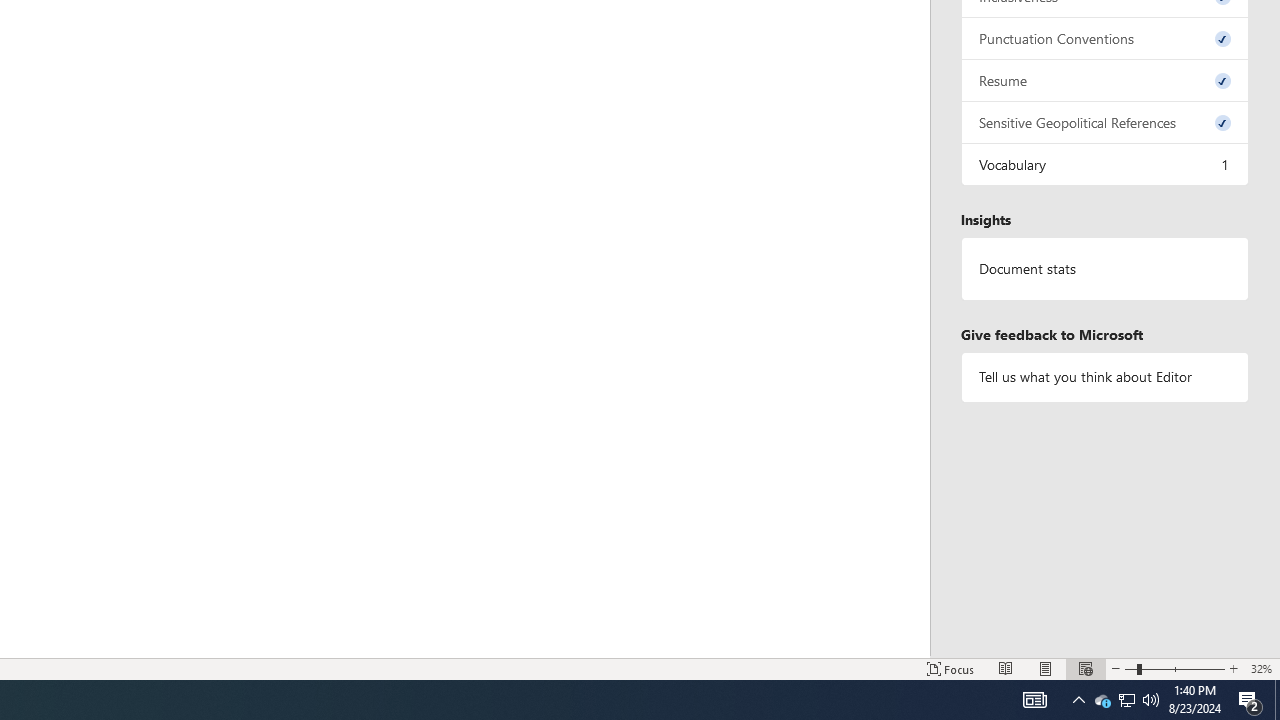  What do you see at coordinates (1045, 669) in the screenshot?
I see `'Print Layout'` at bounding box center [1045, 669].